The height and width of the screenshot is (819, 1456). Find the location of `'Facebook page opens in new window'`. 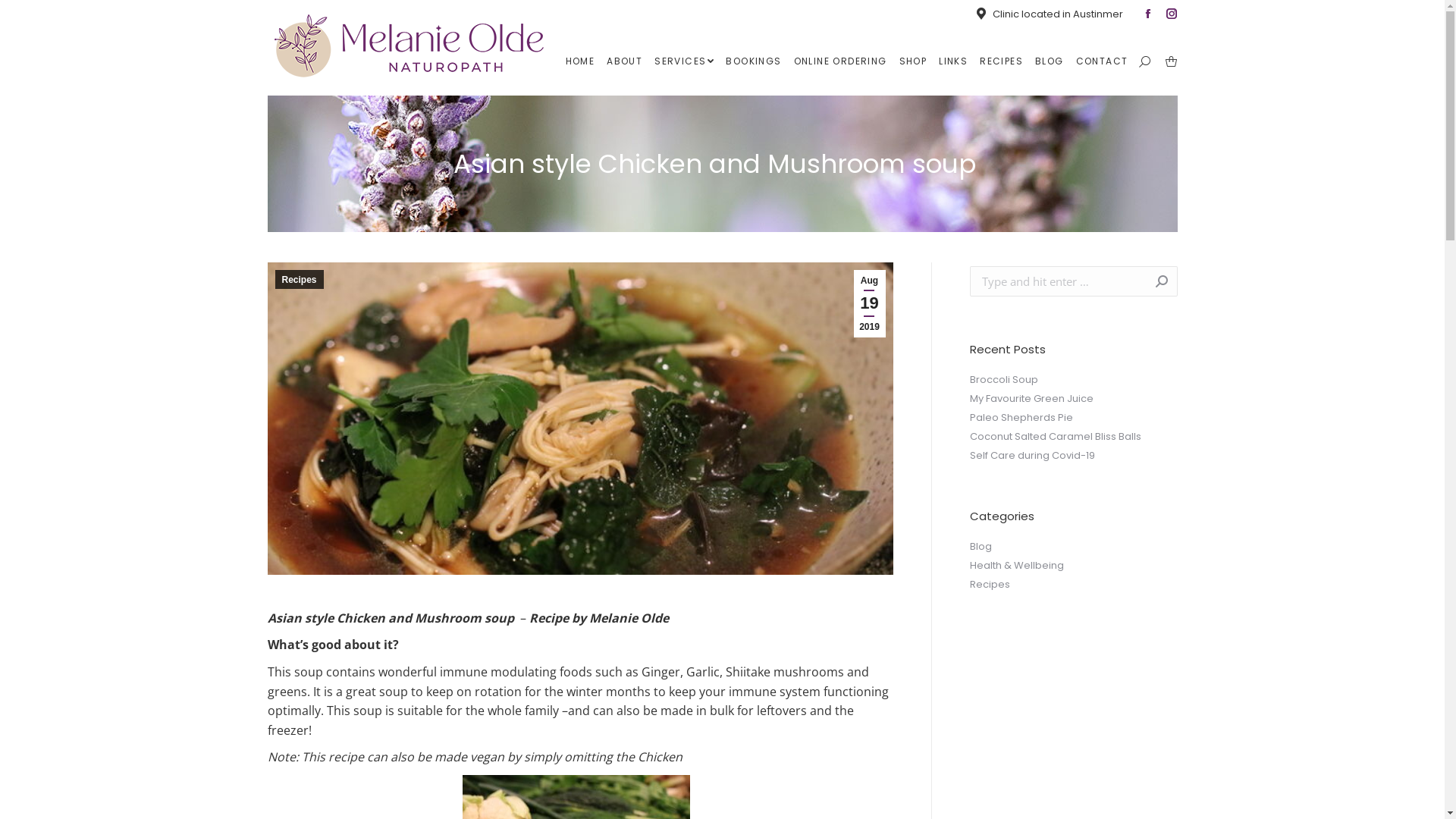

'Facebook page opens in new window' is located at coordinates (1147, 14).